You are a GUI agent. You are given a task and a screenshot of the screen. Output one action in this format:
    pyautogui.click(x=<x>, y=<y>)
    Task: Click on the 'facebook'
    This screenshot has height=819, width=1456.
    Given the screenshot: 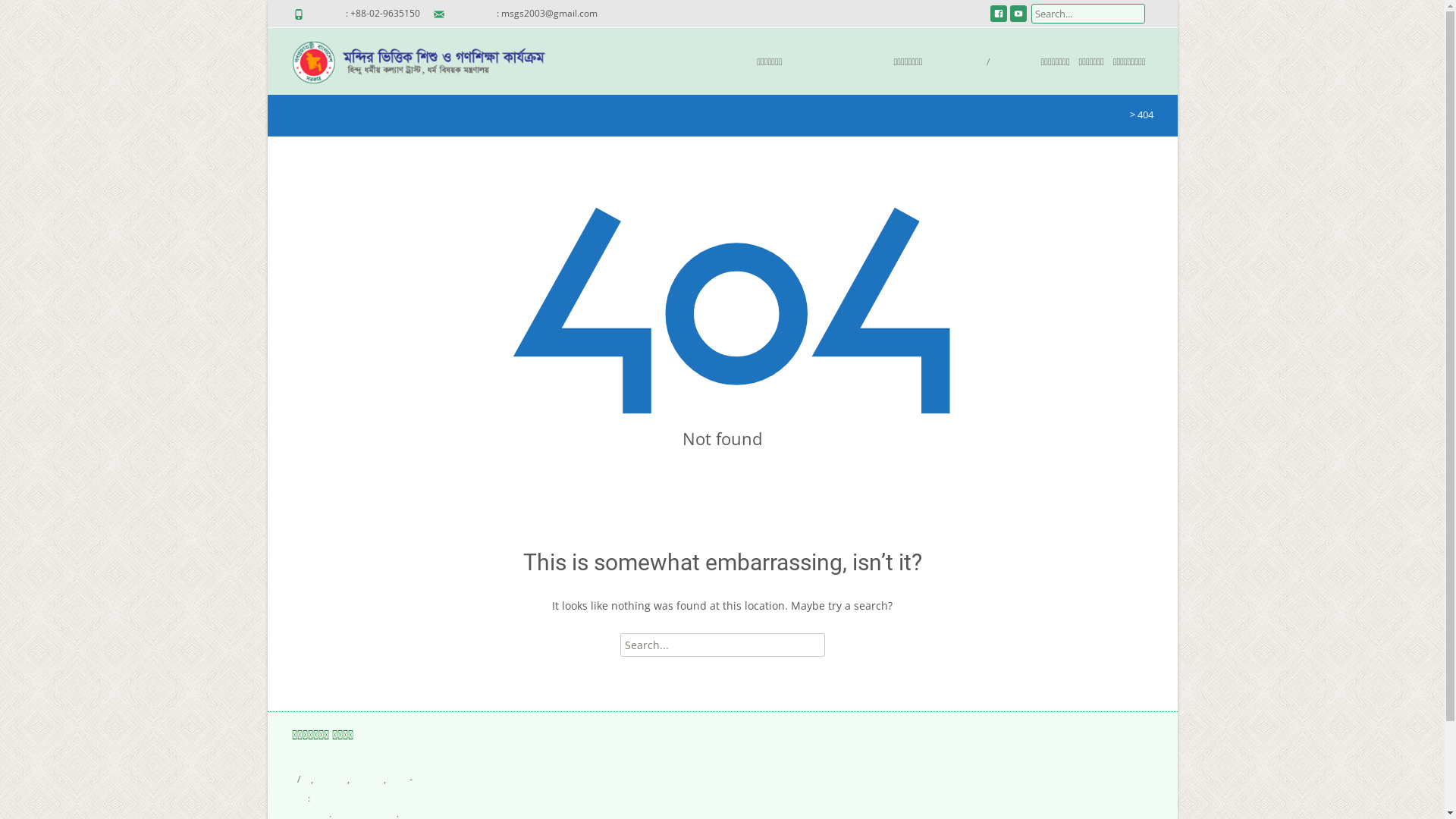 What is the action you would take?
    pyautogui.click(x=998, y=18)
    